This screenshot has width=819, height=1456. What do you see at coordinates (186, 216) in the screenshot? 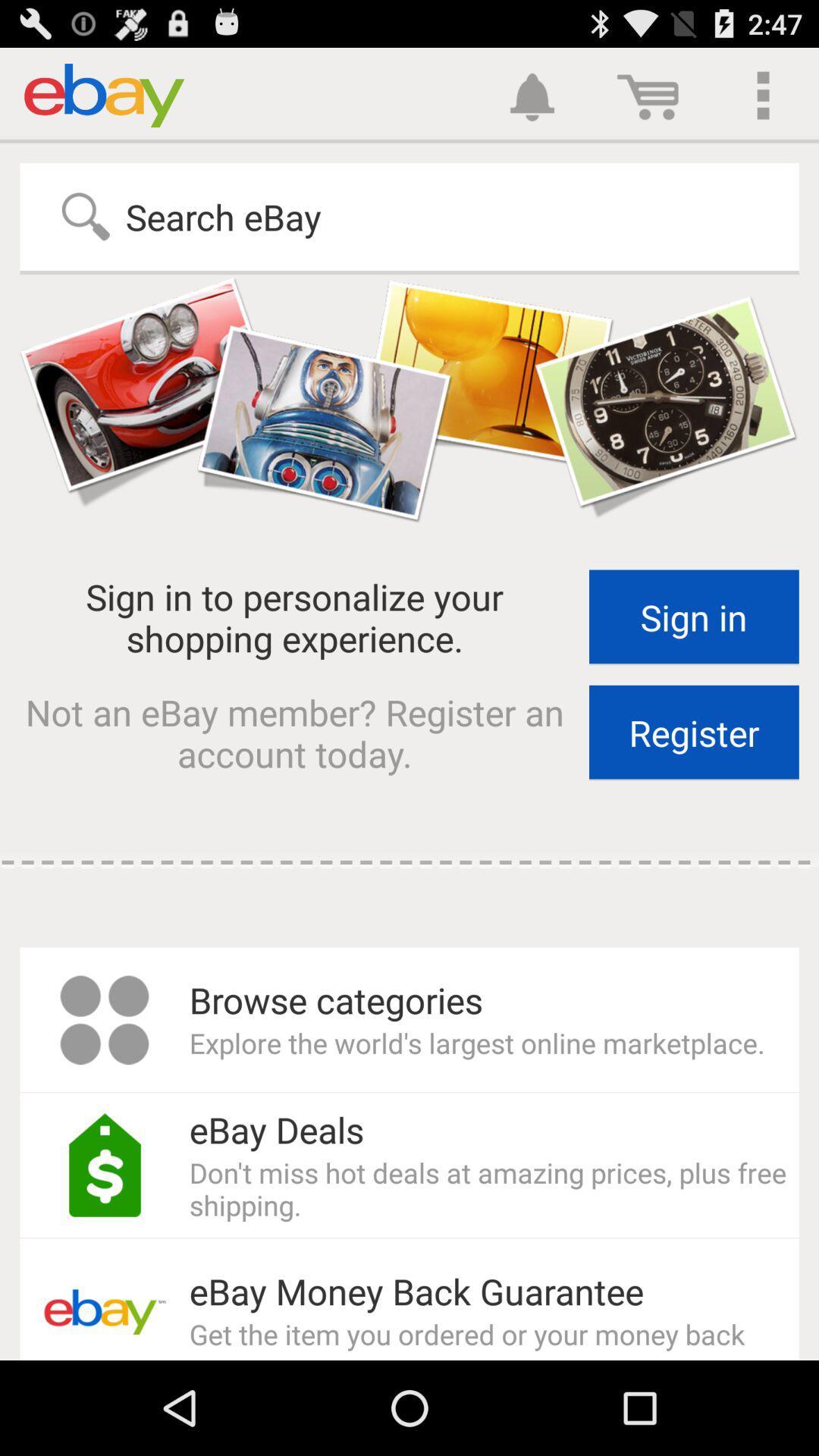
I see `search ebay item` at bounding box center [186, 216].